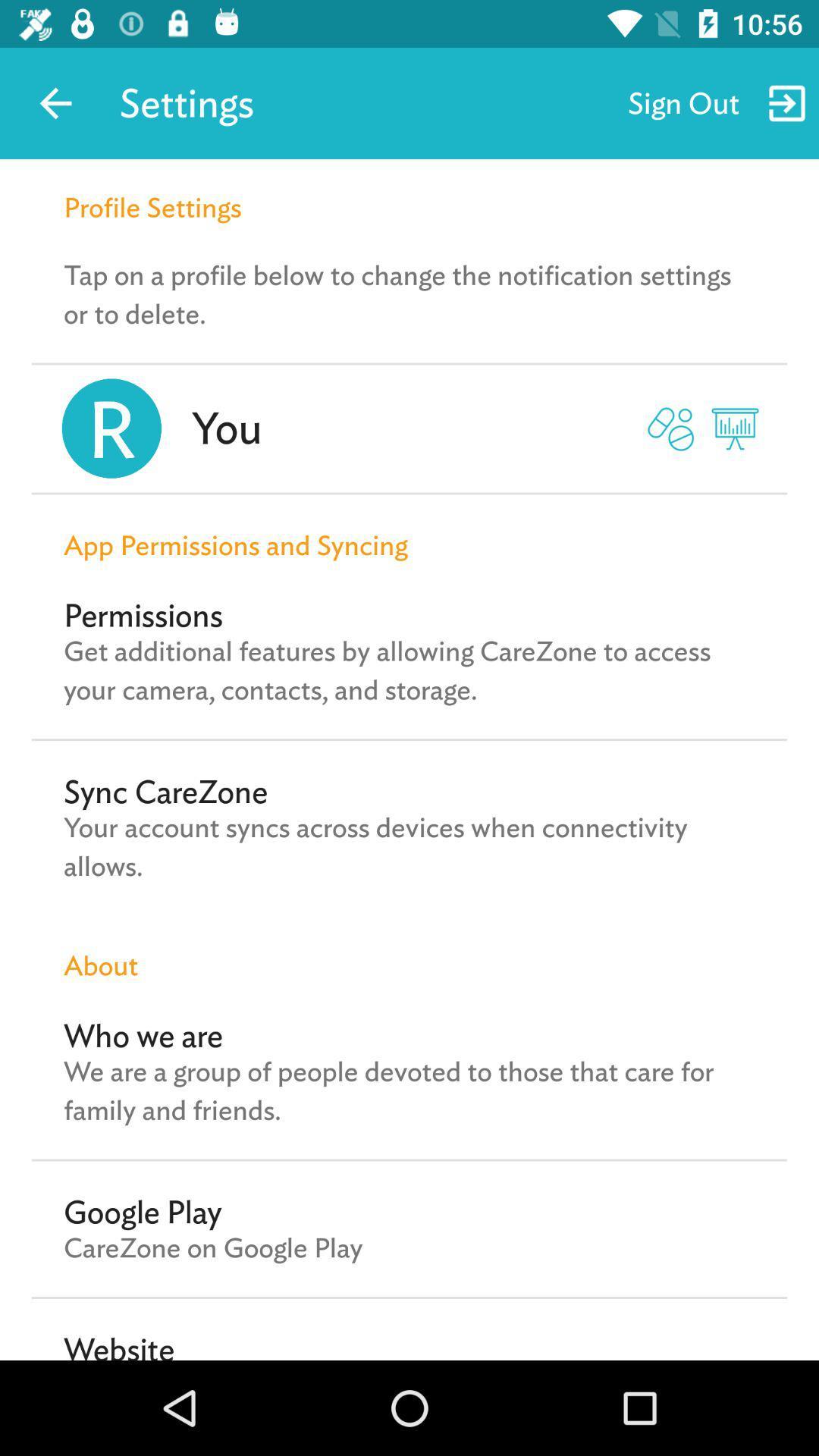  What do you see at coordinates (55, 102) in the screenshot?
I see `the item above profile settings` at bounding box center [55, 102].